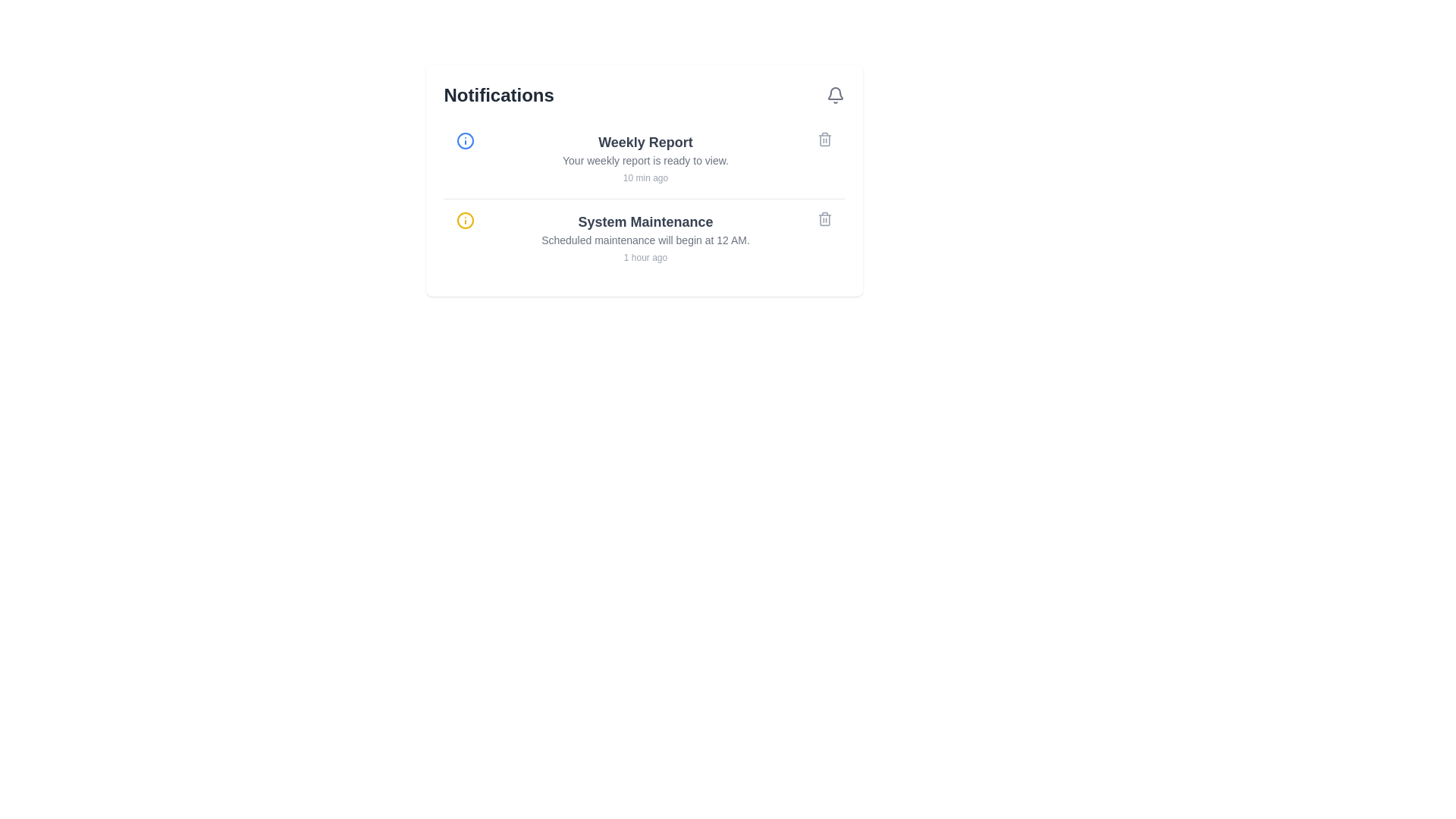  What do you see at coordinates (499, 96) in the screenshot?
I see `the prominent bold text label 'Notifications' located at the top of the notification panel` at bounding box center [499, 96].